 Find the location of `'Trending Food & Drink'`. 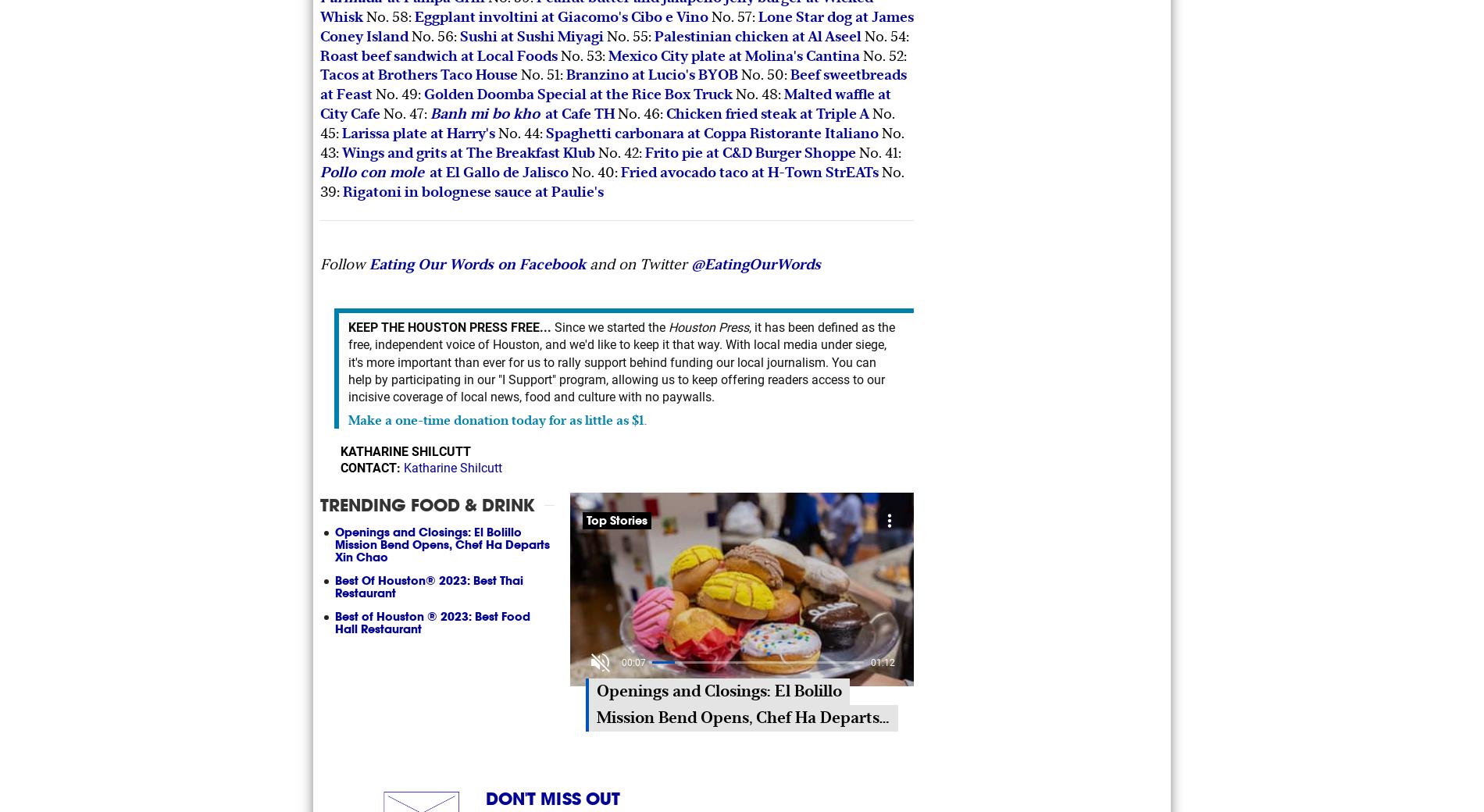

'Trending Food & Drink' is located at coordinates (427, 504).